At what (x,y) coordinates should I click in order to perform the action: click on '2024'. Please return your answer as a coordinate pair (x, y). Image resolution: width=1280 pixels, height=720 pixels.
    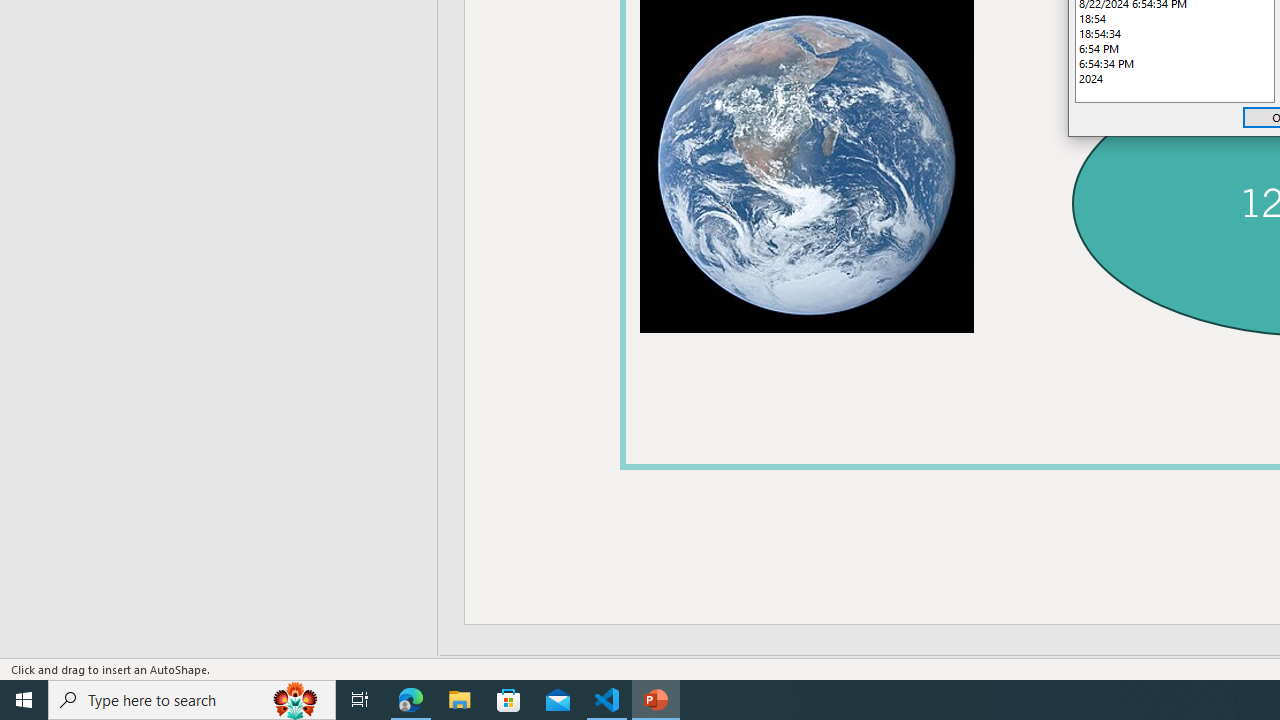
    Looking at the image, I should click on (1175, 77).